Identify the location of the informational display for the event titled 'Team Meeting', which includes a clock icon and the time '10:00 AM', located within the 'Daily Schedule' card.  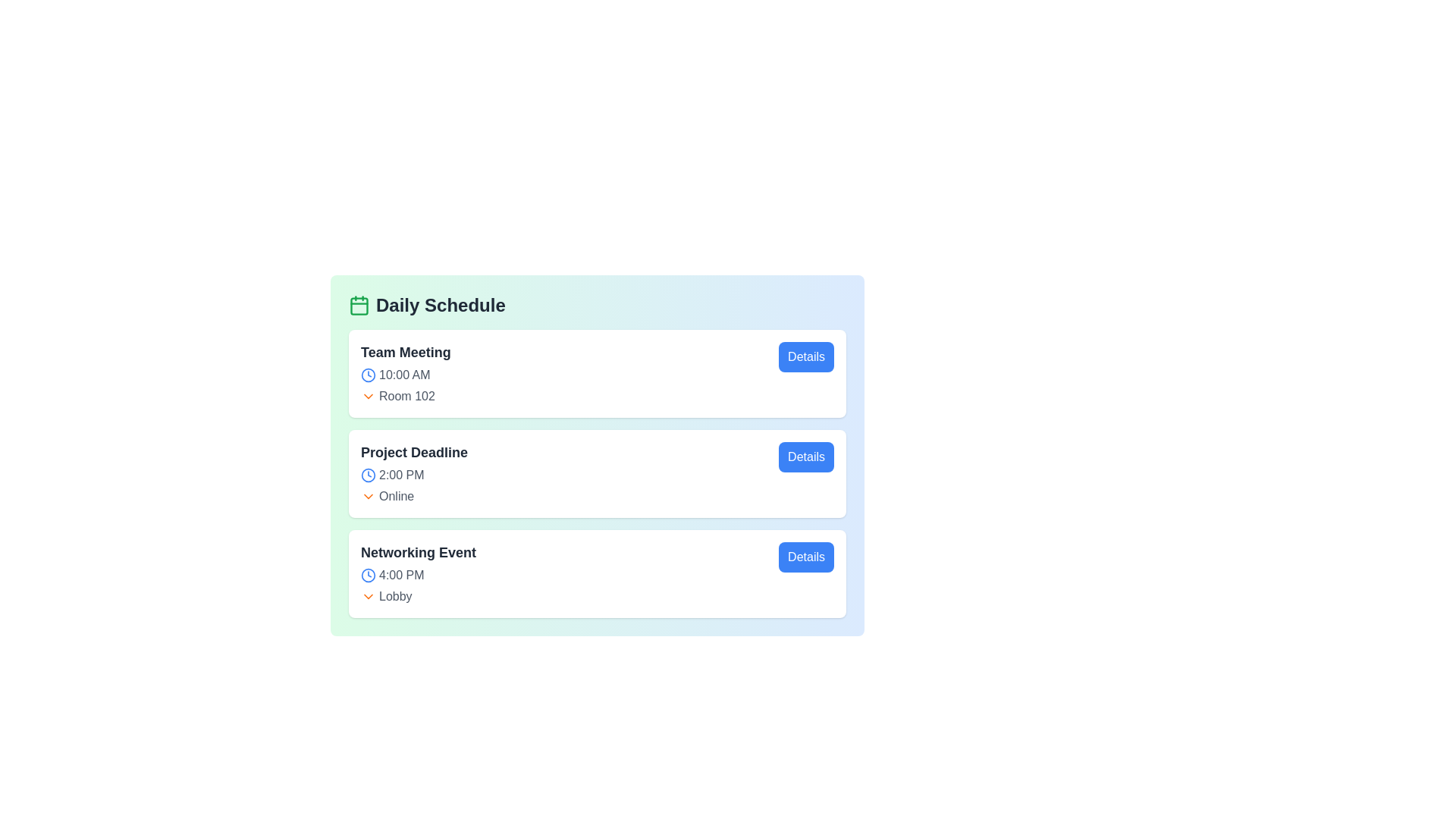
(406, 374).